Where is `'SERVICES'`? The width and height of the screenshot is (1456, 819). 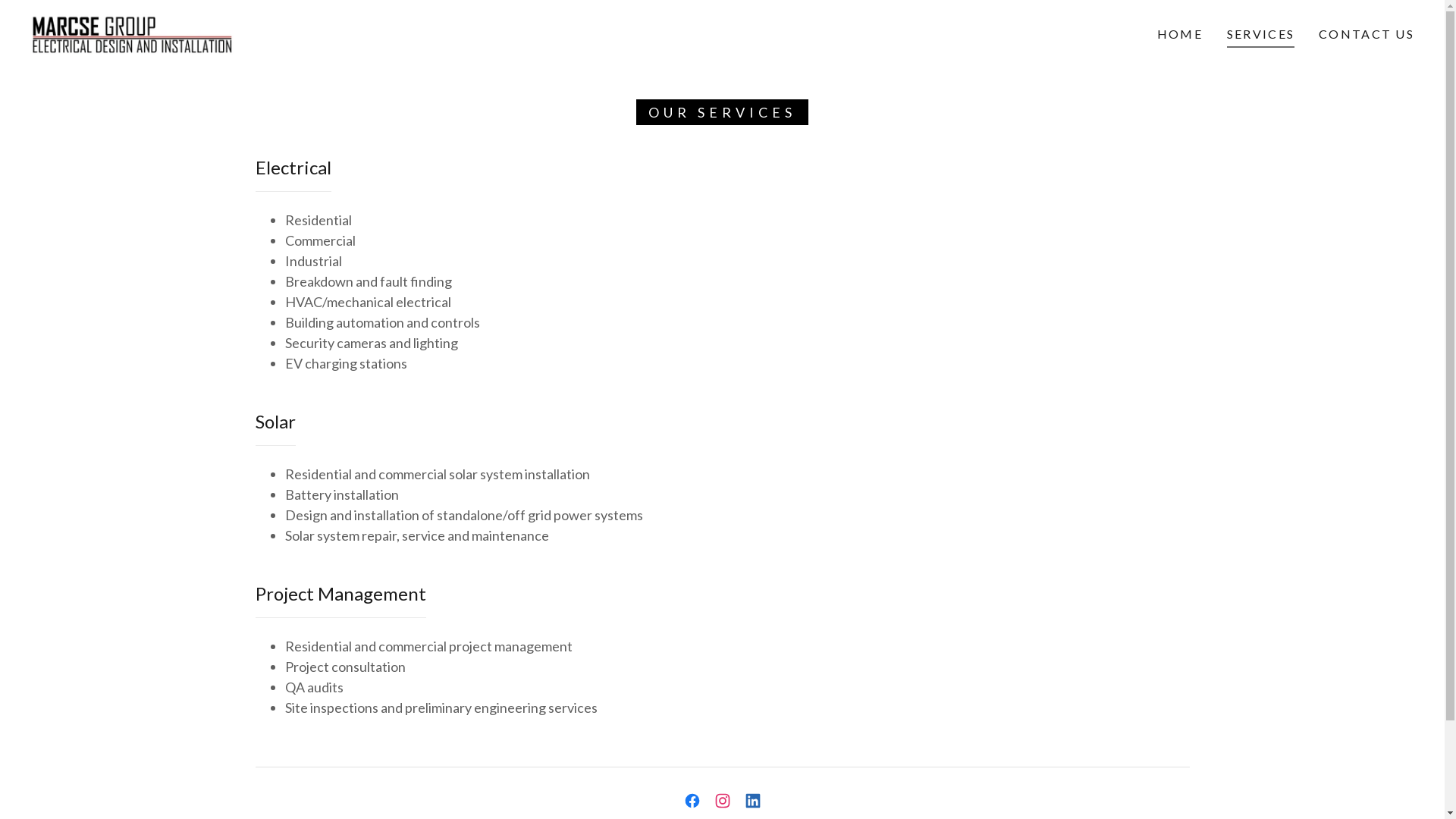 'SERVICES' is located at coordinates (1260, 35).